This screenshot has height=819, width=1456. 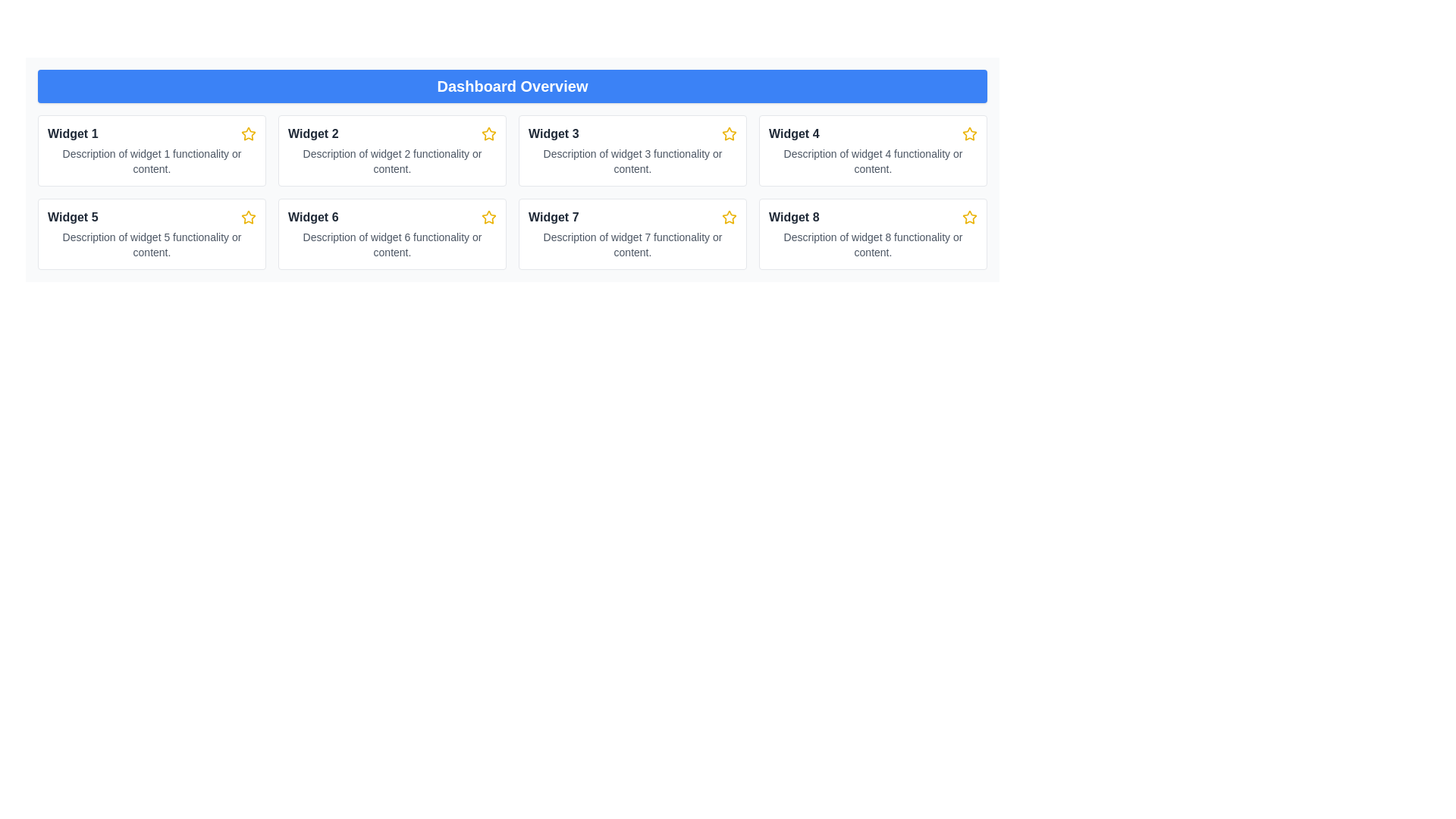 I want to click on text displayed in the bold 'Widget 4' title of the Text Label element located in the second row, second column of the dashboard layout, so click(x=793, y=133).